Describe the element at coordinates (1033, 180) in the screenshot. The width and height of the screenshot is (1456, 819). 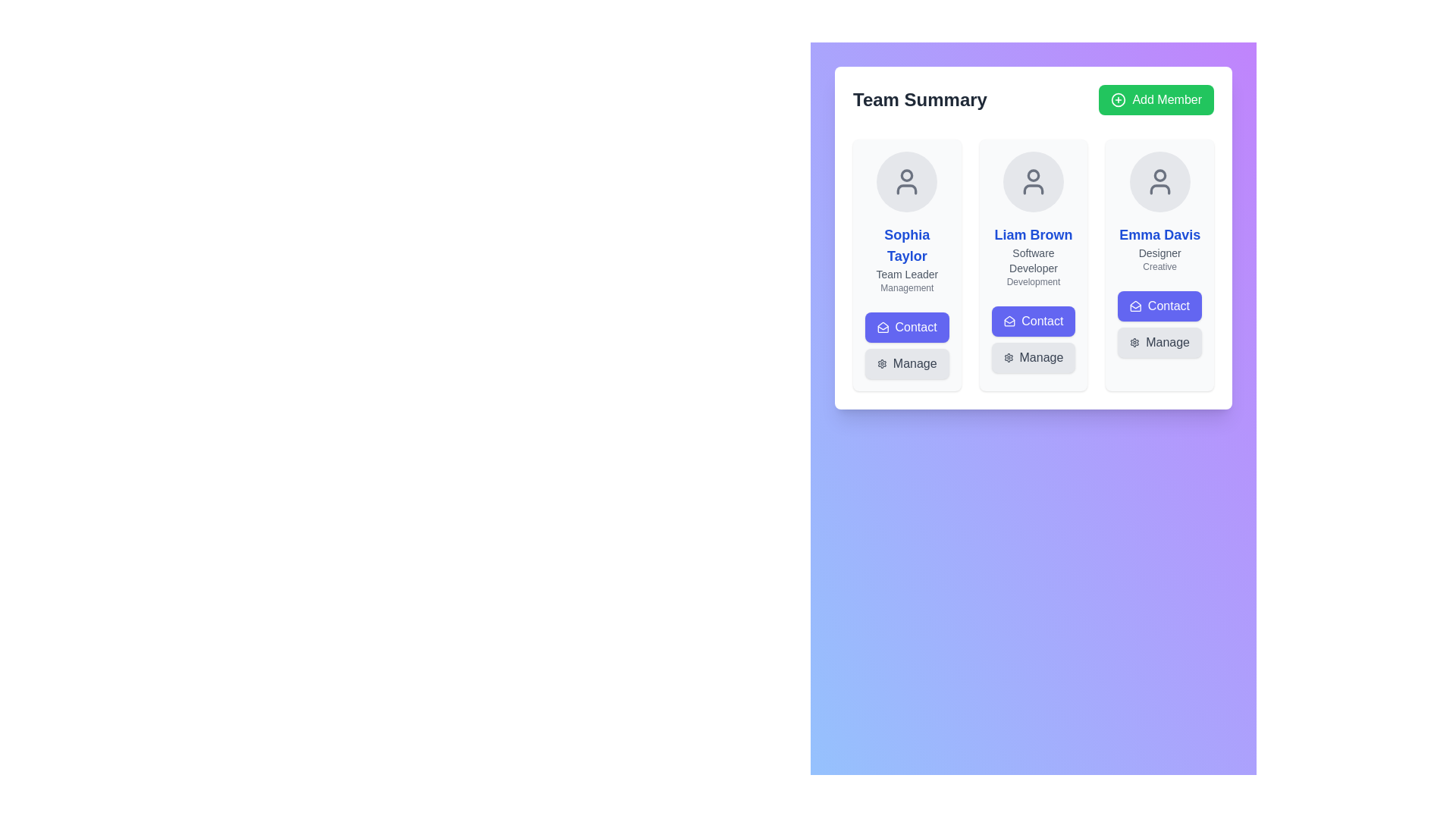
I see `the user icon representing 'Liam Brown' within the team summary interface card` at that location.